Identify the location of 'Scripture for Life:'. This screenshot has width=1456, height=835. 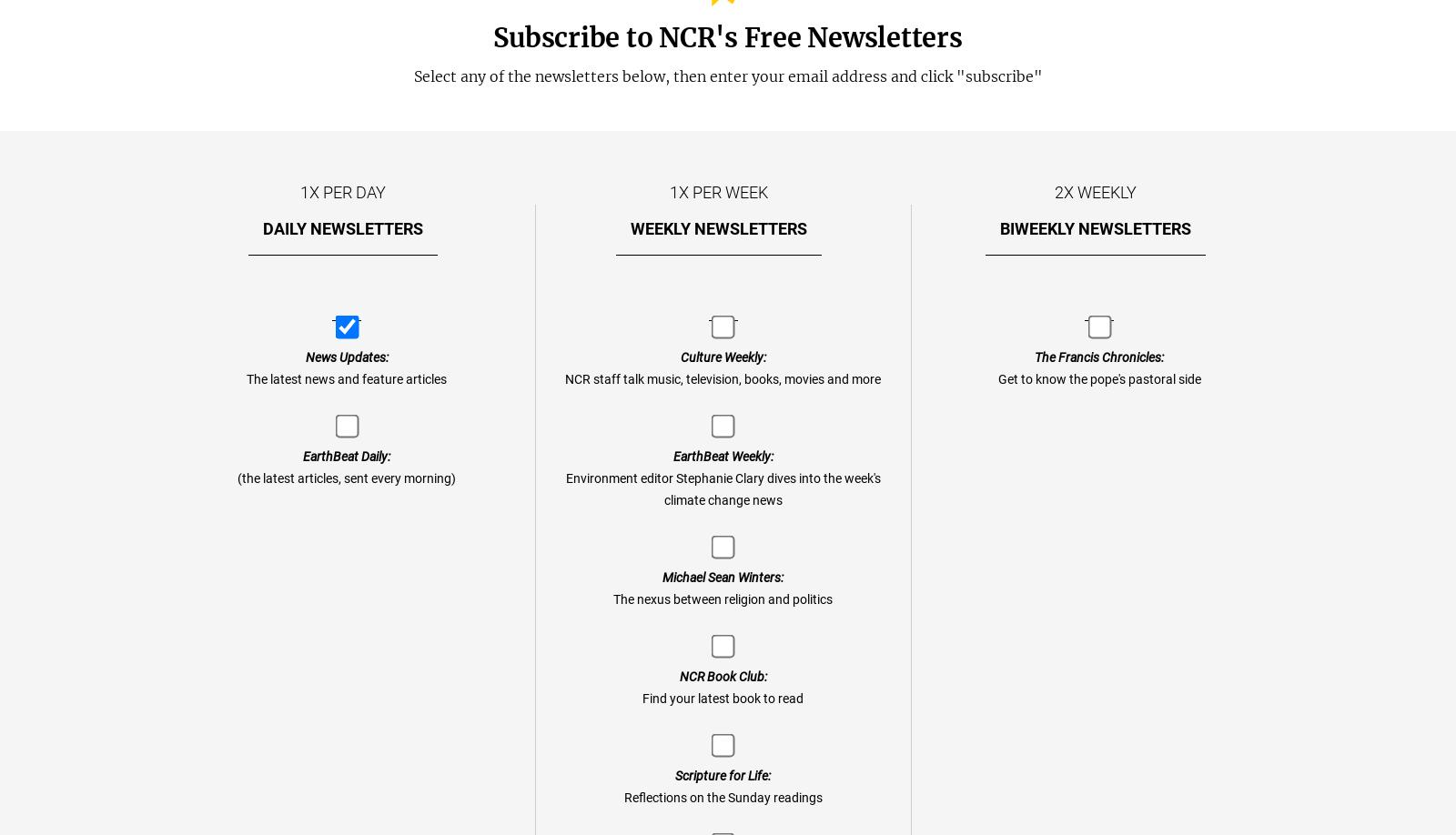
(723, 774).